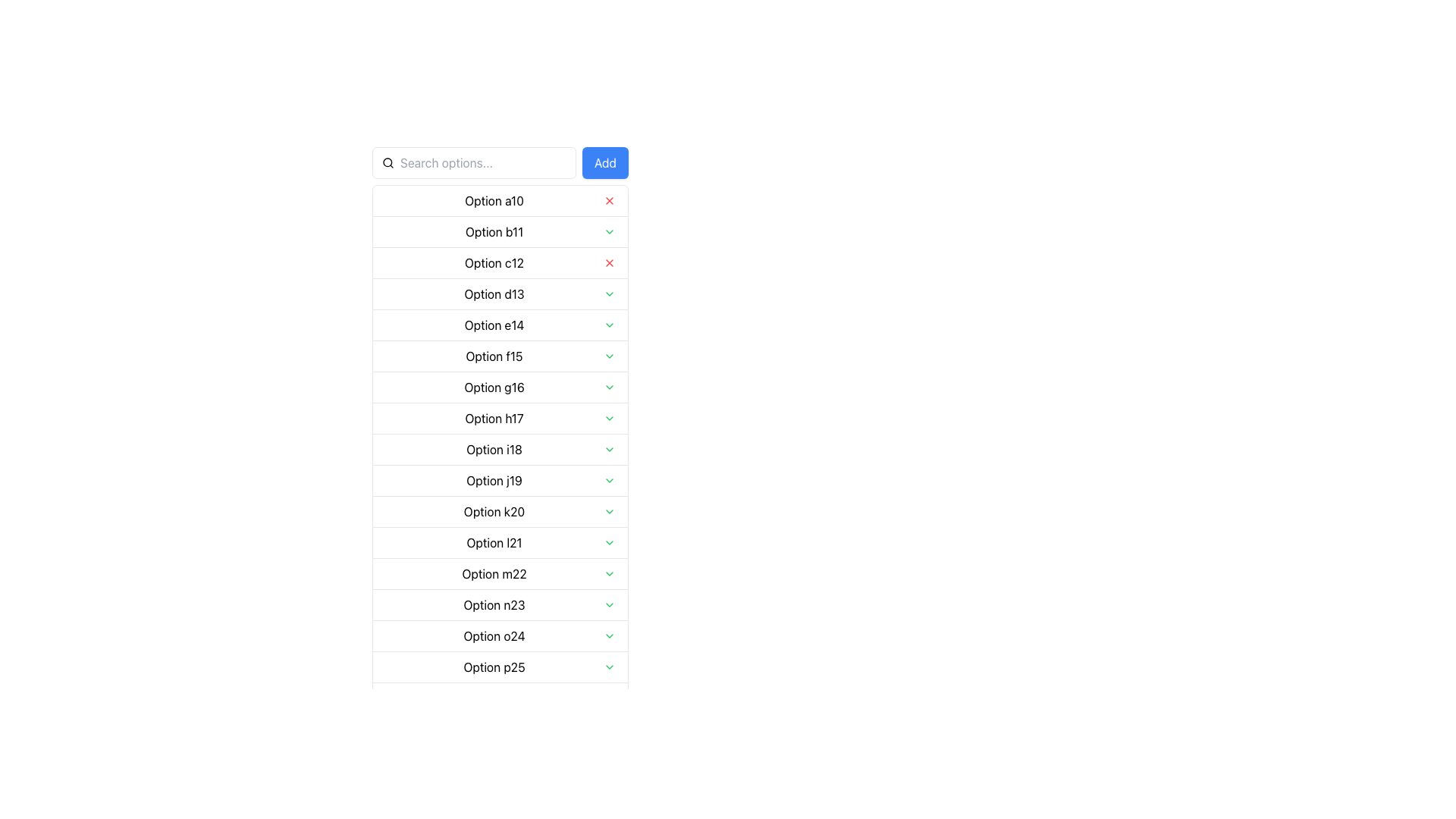 Image resolution: width=1456 pixels, height=819 pixels. Describe the element at coordinates (610, 449) in the screenshot. I see `the small downward-facing chevron icon styled in green located at the far right of the row labeled 'Option i18'` at that location.